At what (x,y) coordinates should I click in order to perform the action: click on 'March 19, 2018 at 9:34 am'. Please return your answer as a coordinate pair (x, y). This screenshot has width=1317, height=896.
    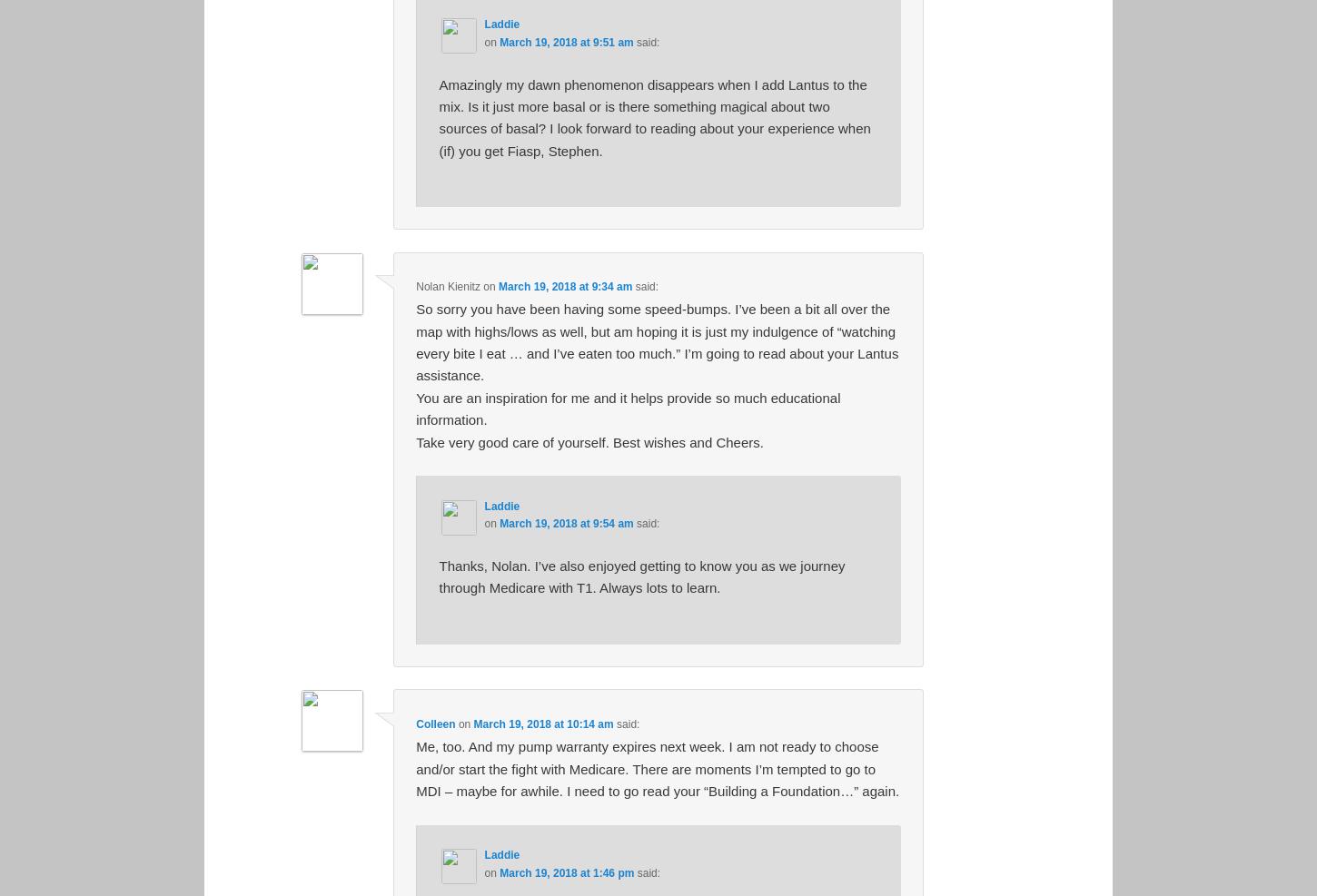
    Looking at the image, I should click on (564, 284).